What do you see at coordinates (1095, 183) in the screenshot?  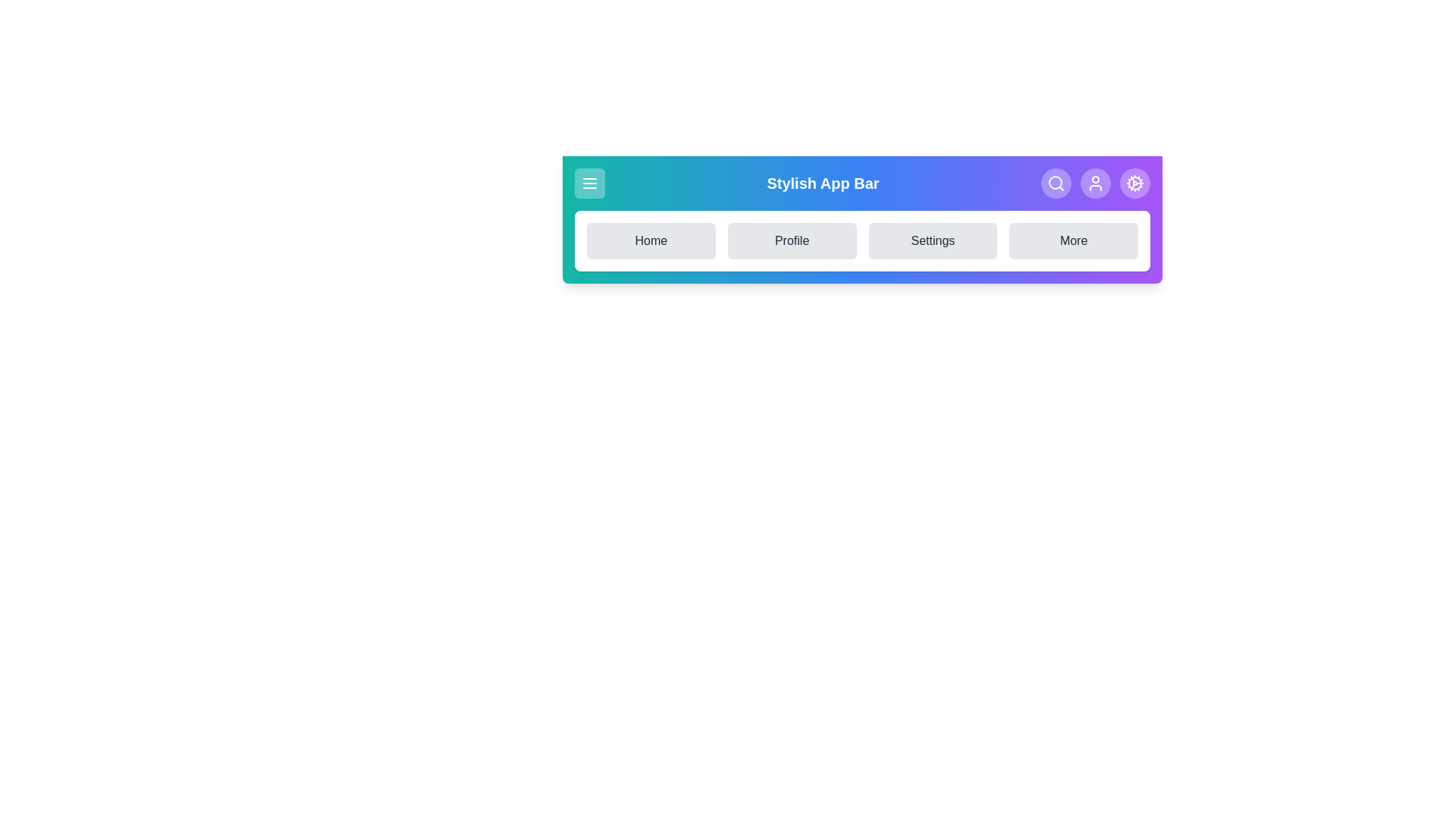 I see `the User icon in the StylishAppBar` at bounding box center [1095, 183].